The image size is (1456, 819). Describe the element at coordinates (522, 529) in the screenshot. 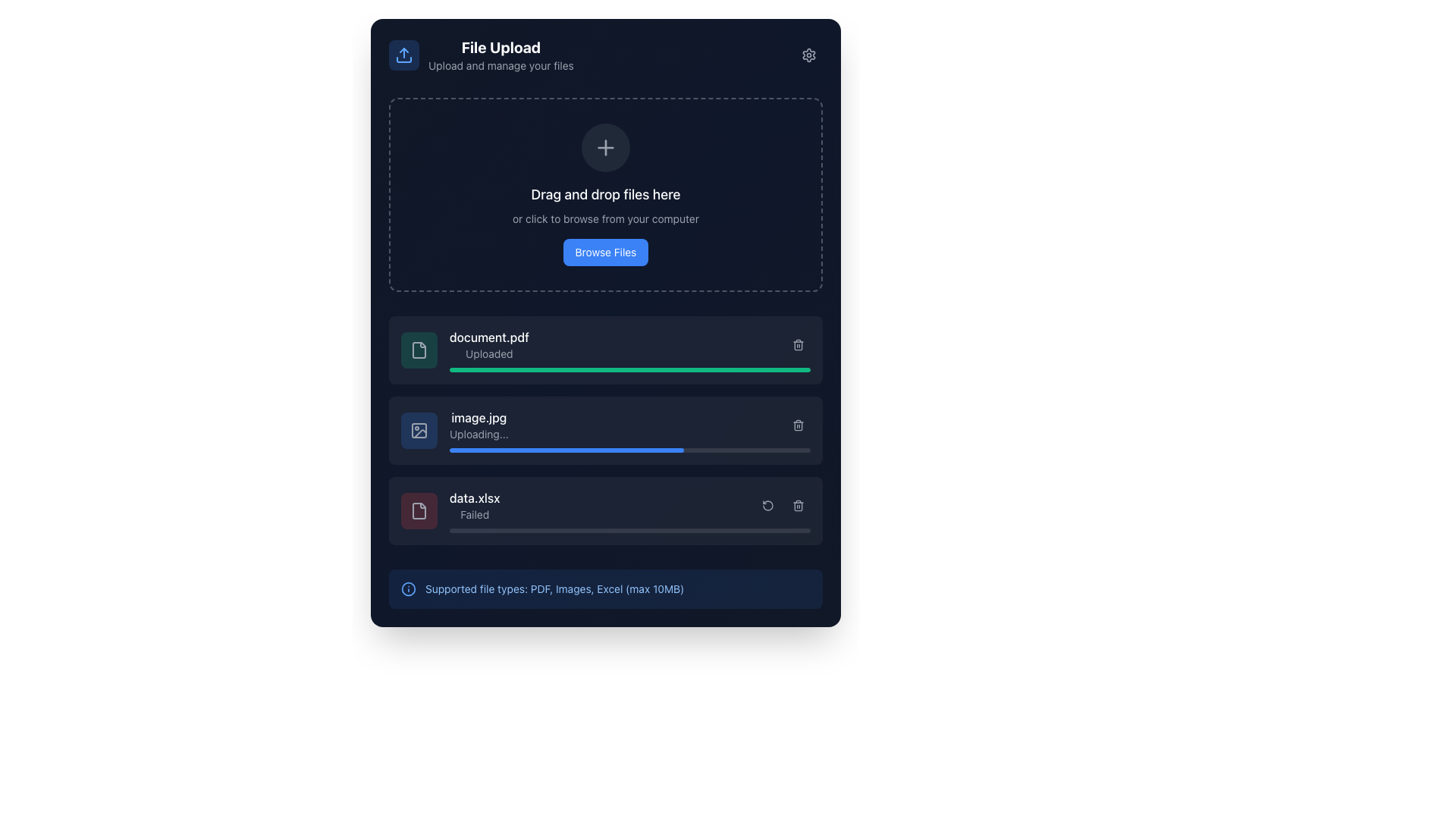

I see `the progress` at that location.